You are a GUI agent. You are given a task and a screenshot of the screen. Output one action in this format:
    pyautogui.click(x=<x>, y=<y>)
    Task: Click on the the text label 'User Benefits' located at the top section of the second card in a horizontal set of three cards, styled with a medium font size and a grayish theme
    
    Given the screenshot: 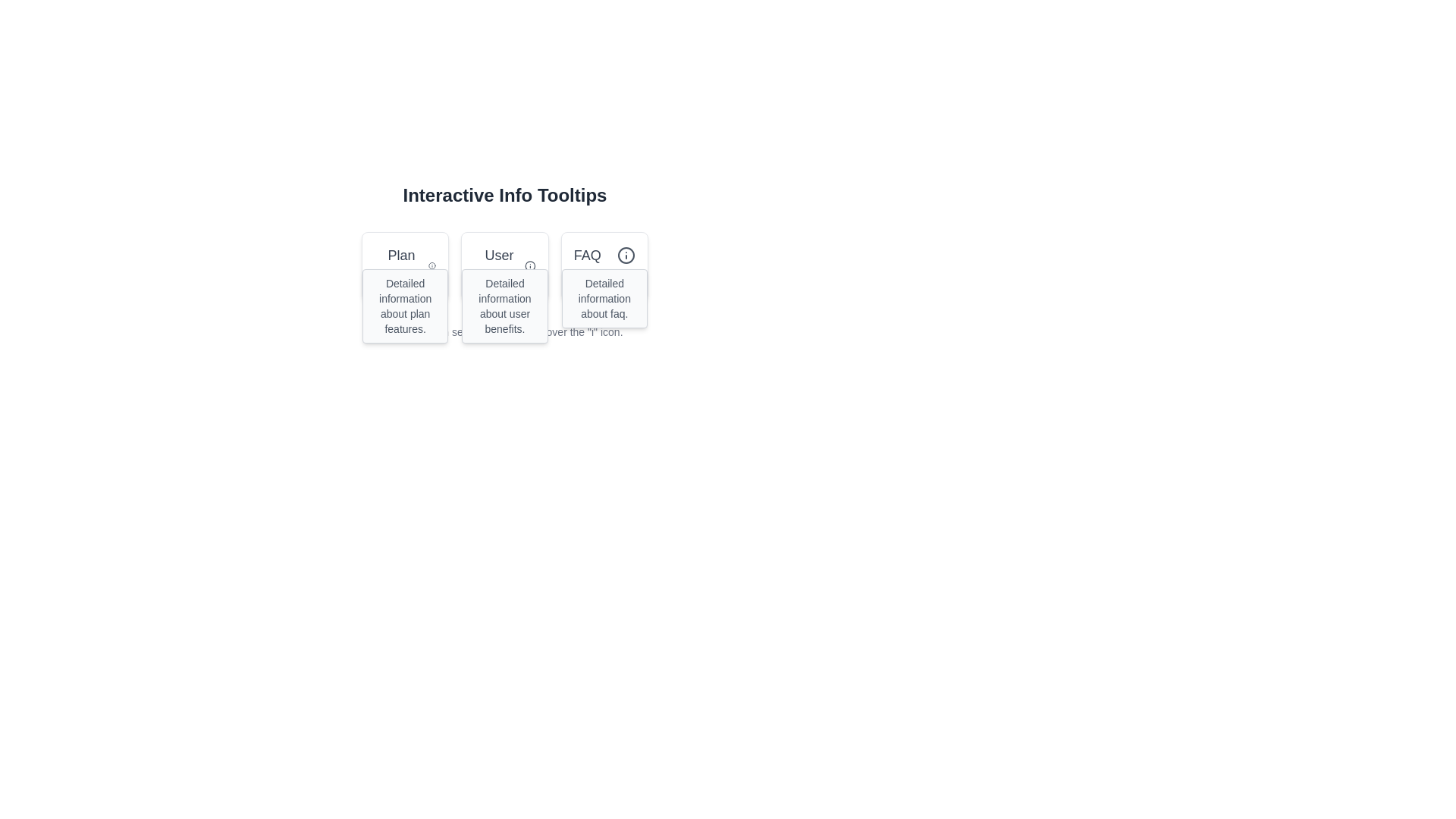 What is the action you would take?
    pyautogui.click(x=499, y=265)
    